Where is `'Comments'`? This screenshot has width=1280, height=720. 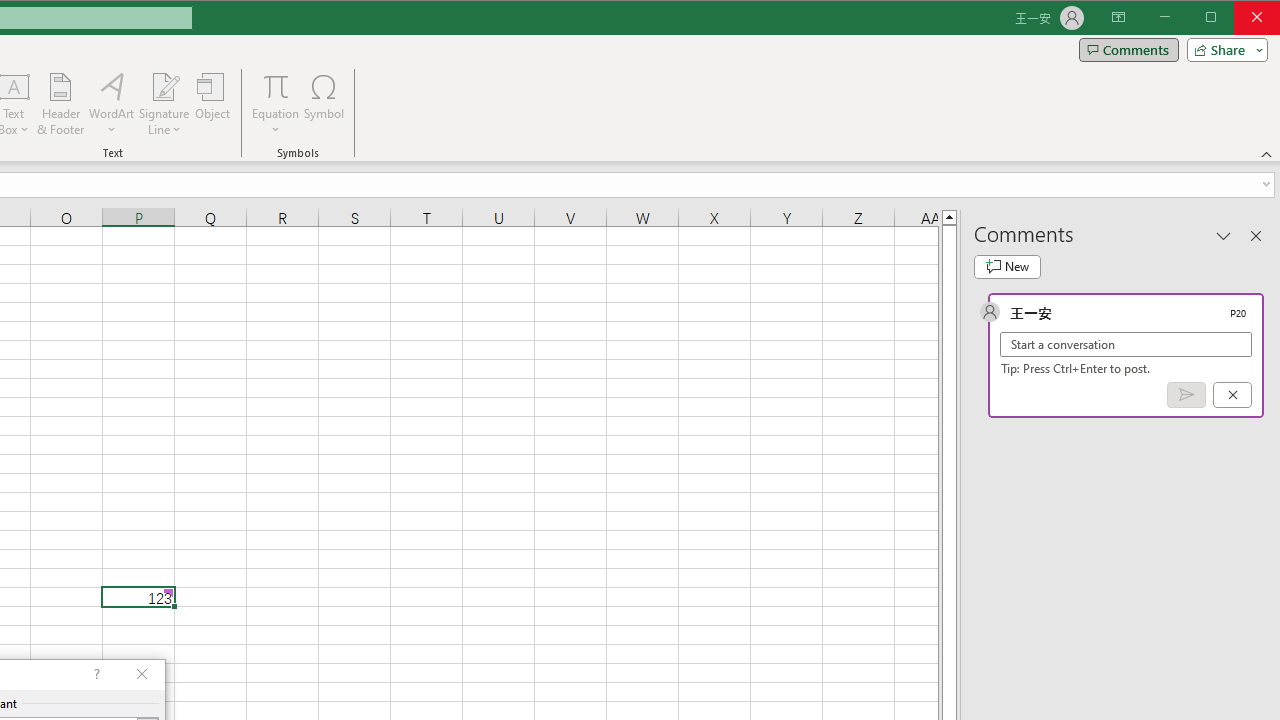 'Comments' is located at coordinates (1128, 49).